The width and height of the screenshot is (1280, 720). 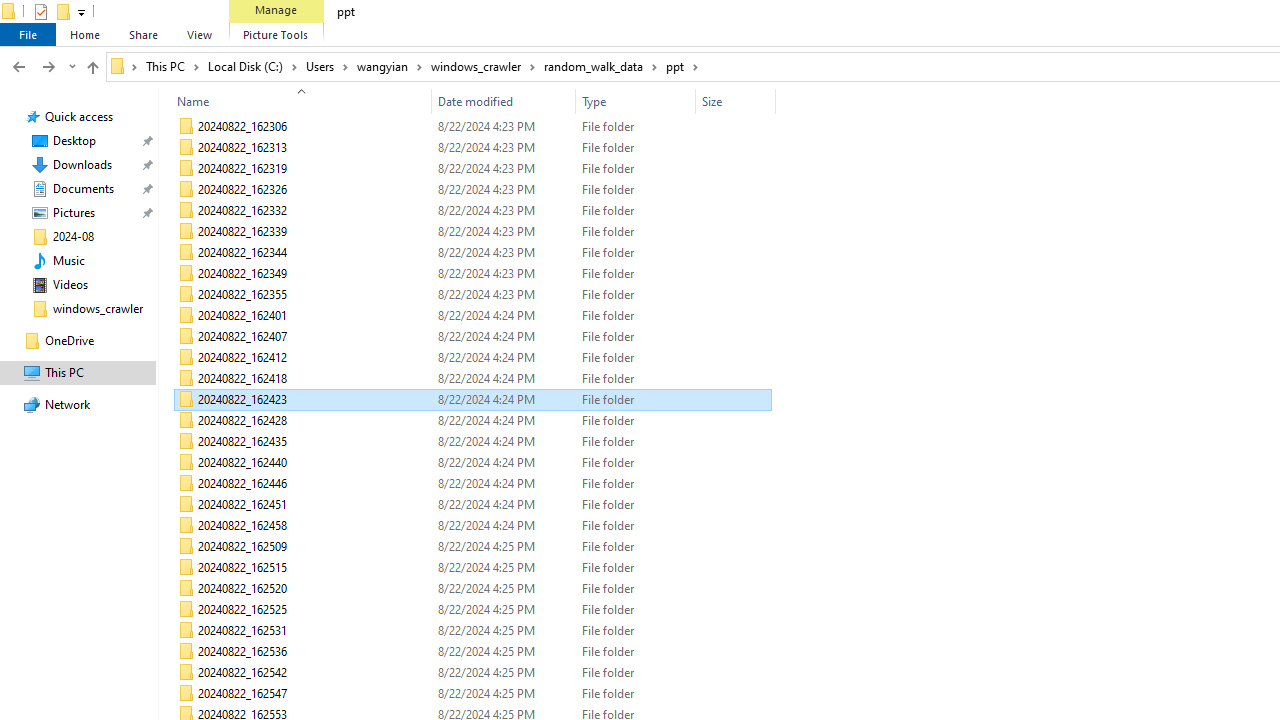 I want to click on 'Filter dropdown', so click(x=766, y=101).